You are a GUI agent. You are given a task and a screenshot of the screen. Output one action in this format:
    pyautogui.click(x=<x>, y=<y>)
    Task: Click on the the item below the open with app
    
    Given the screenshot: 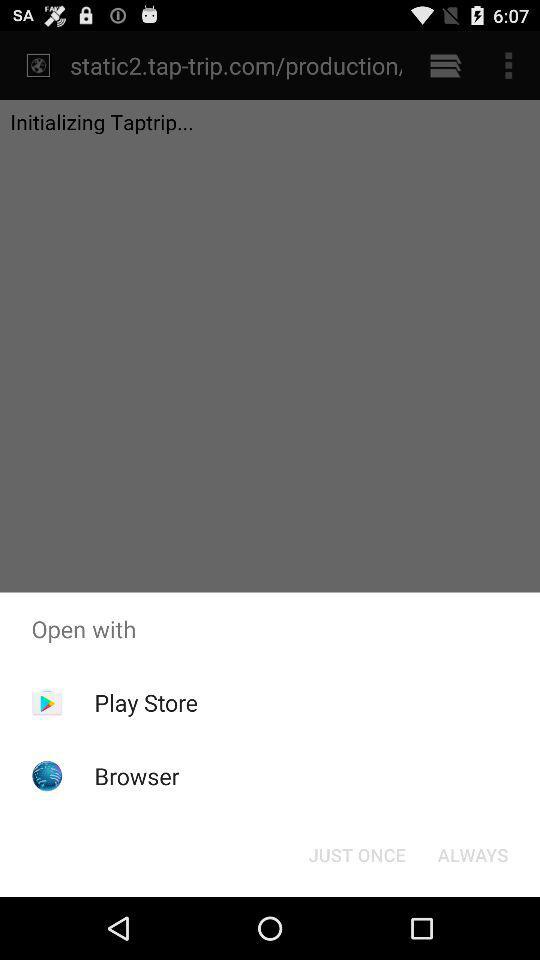 What is the action you would take?
    pyautogui.click(x=145, y=702)
    